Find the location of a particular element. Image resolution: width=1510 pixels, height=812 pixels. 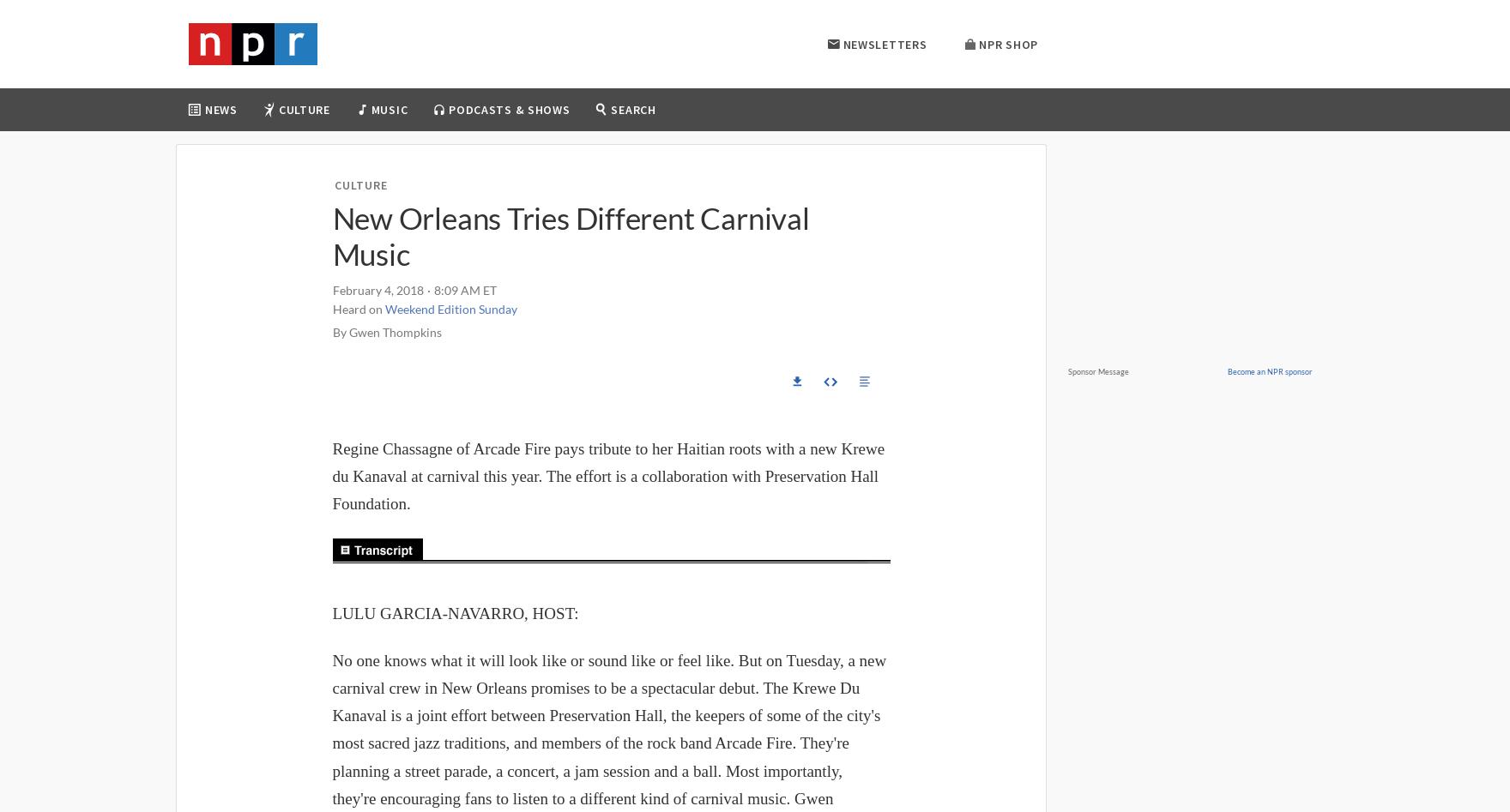

'Search' is located at coordinates (631, 109).